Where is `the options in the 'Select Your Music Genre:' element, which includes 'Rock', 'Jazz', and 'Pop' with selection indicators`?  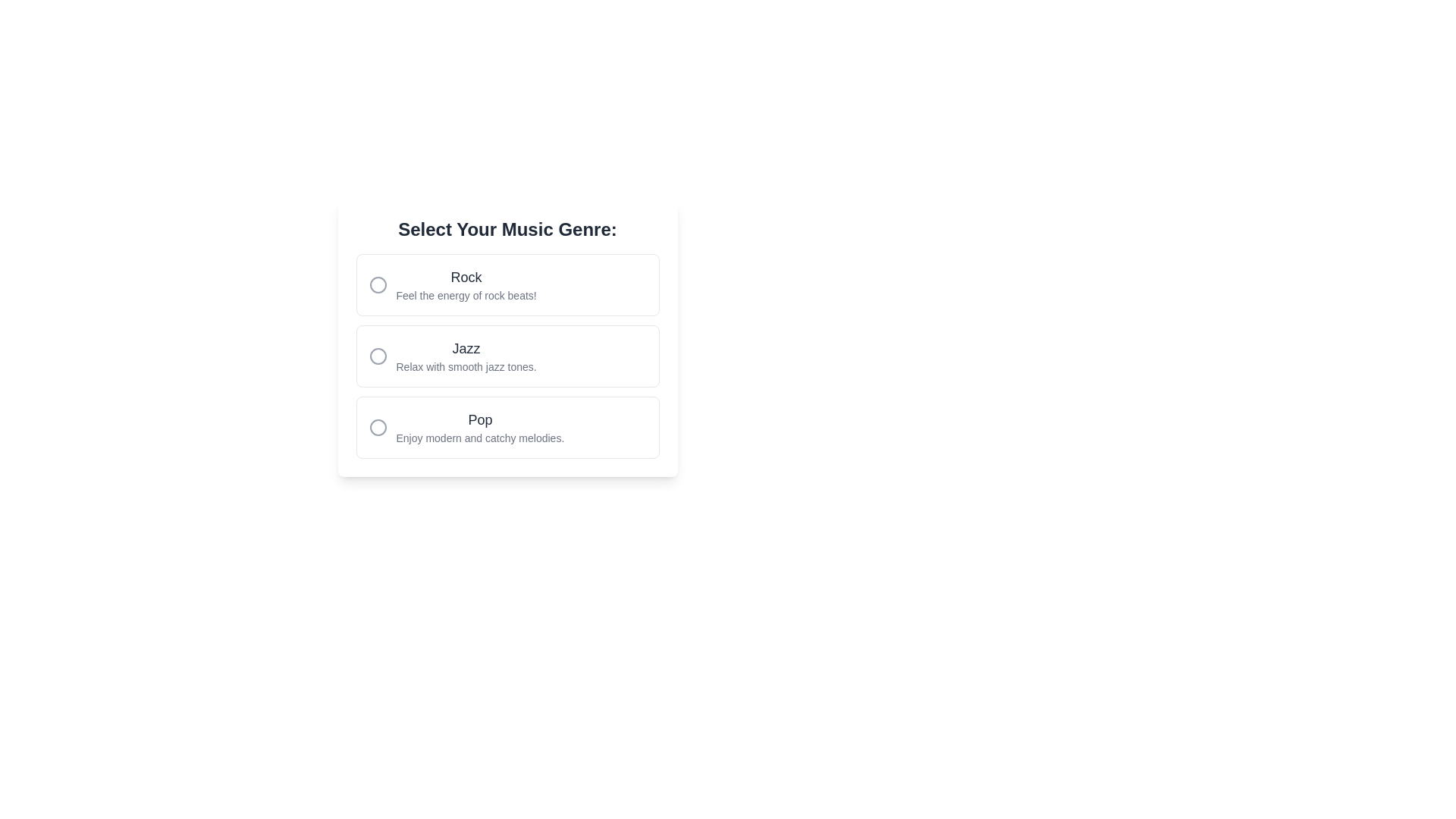
the options in the 'Select Your Music Genre:' element, which includes 'Rock', 'Jazz', and 'Pop' with selection indicators is located at coordinates (507, 337).